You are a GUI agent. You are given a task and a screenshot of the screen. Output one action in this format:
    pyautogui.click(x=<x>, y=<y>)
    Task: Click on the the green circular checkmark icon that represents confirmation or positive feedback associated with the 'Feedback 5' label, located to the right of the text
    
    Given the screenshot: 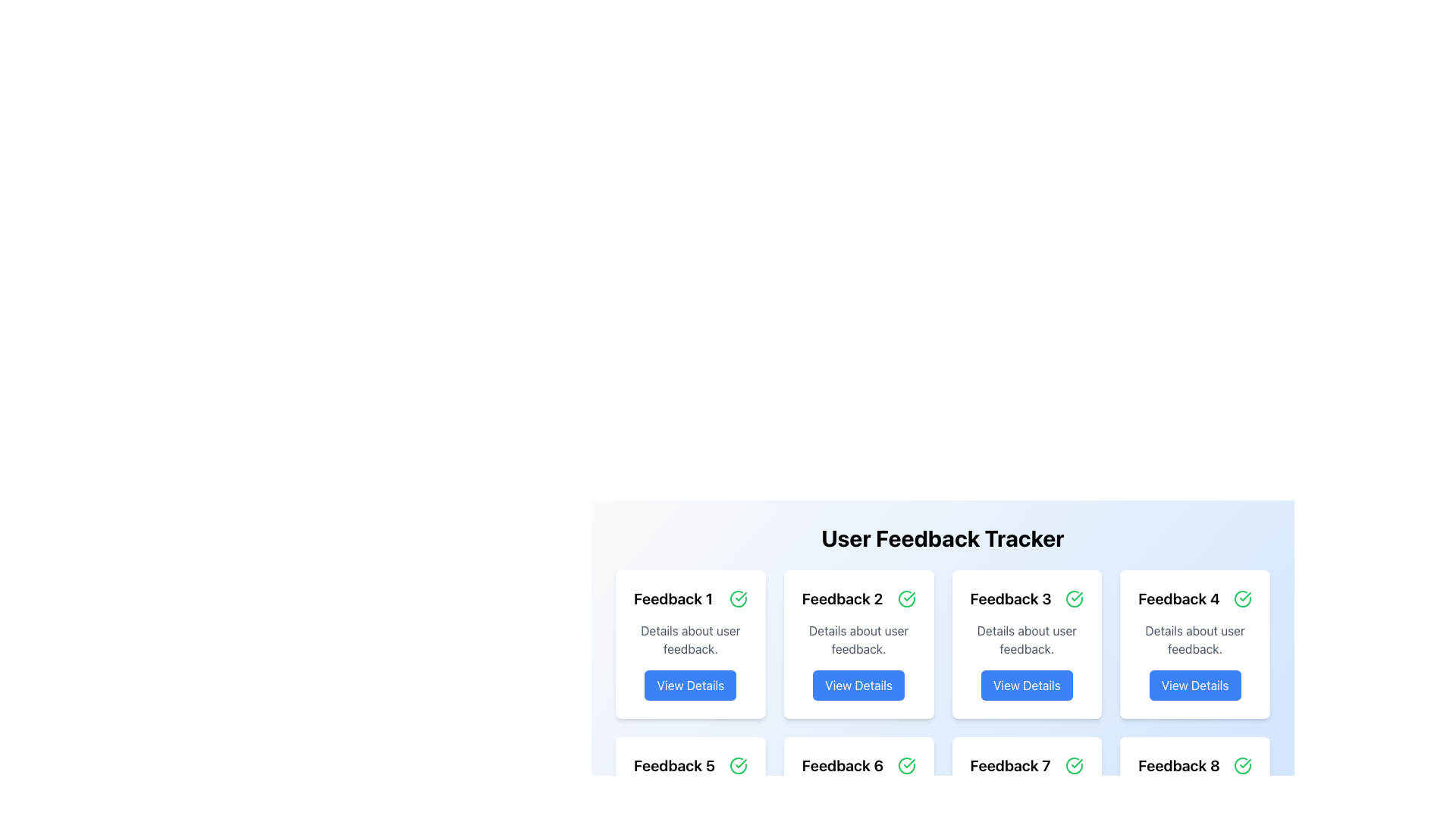 What is the action you would take?
    pyautogui.click(x=738, y=766)
    